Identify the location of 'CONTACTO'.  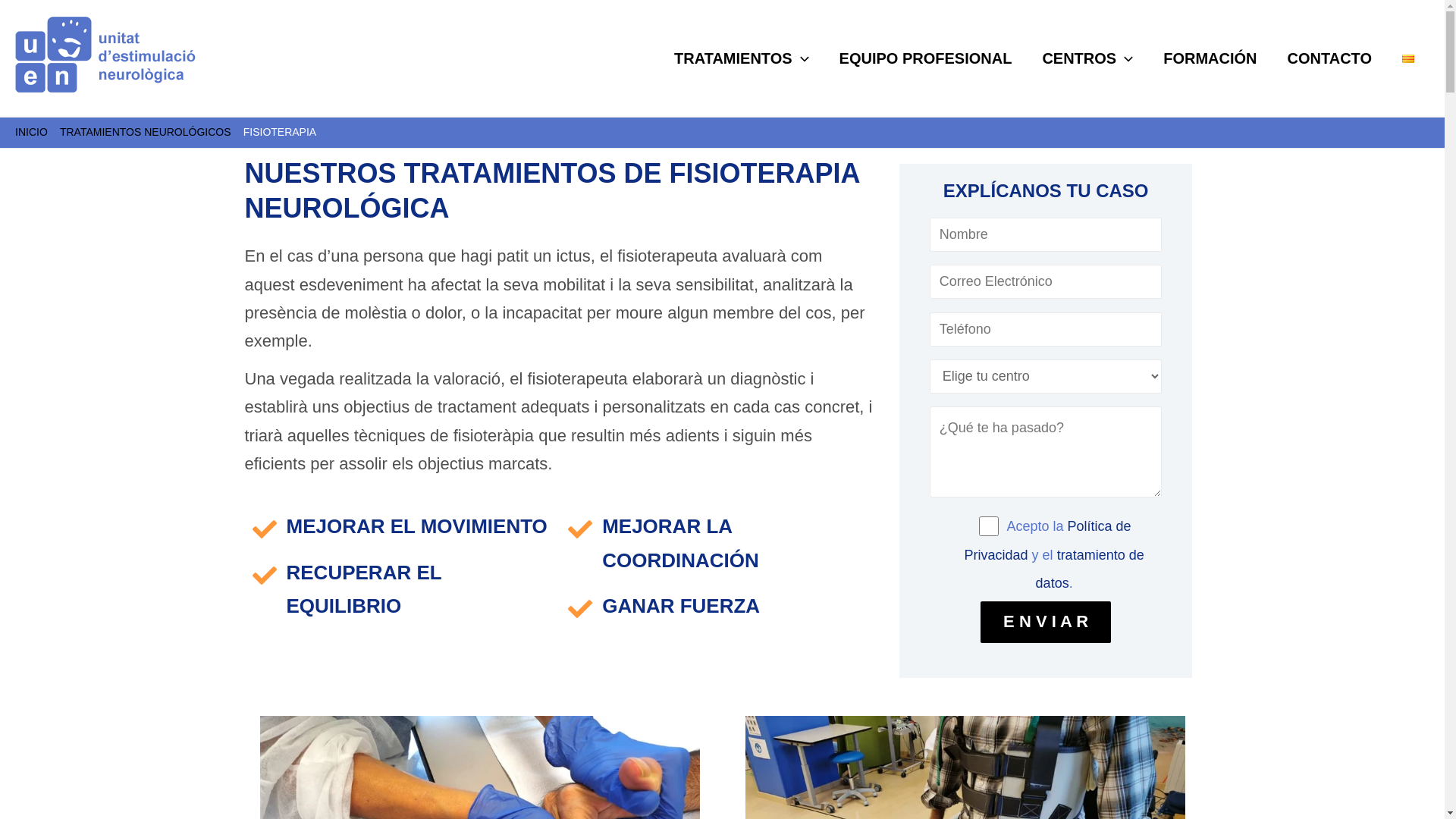
(1272, 58).